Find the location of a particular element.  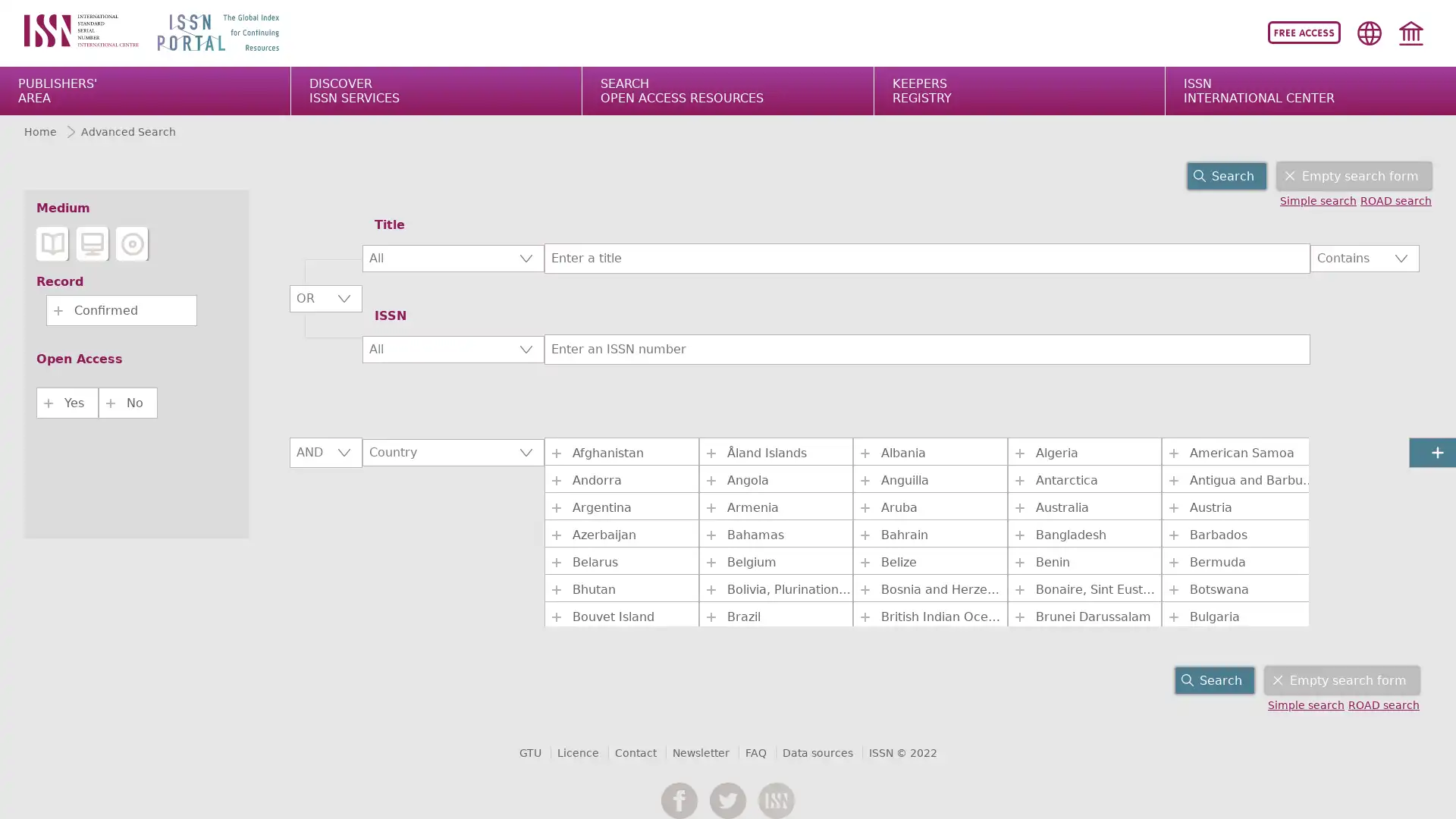

Search is located at coordinates (1226, 174).